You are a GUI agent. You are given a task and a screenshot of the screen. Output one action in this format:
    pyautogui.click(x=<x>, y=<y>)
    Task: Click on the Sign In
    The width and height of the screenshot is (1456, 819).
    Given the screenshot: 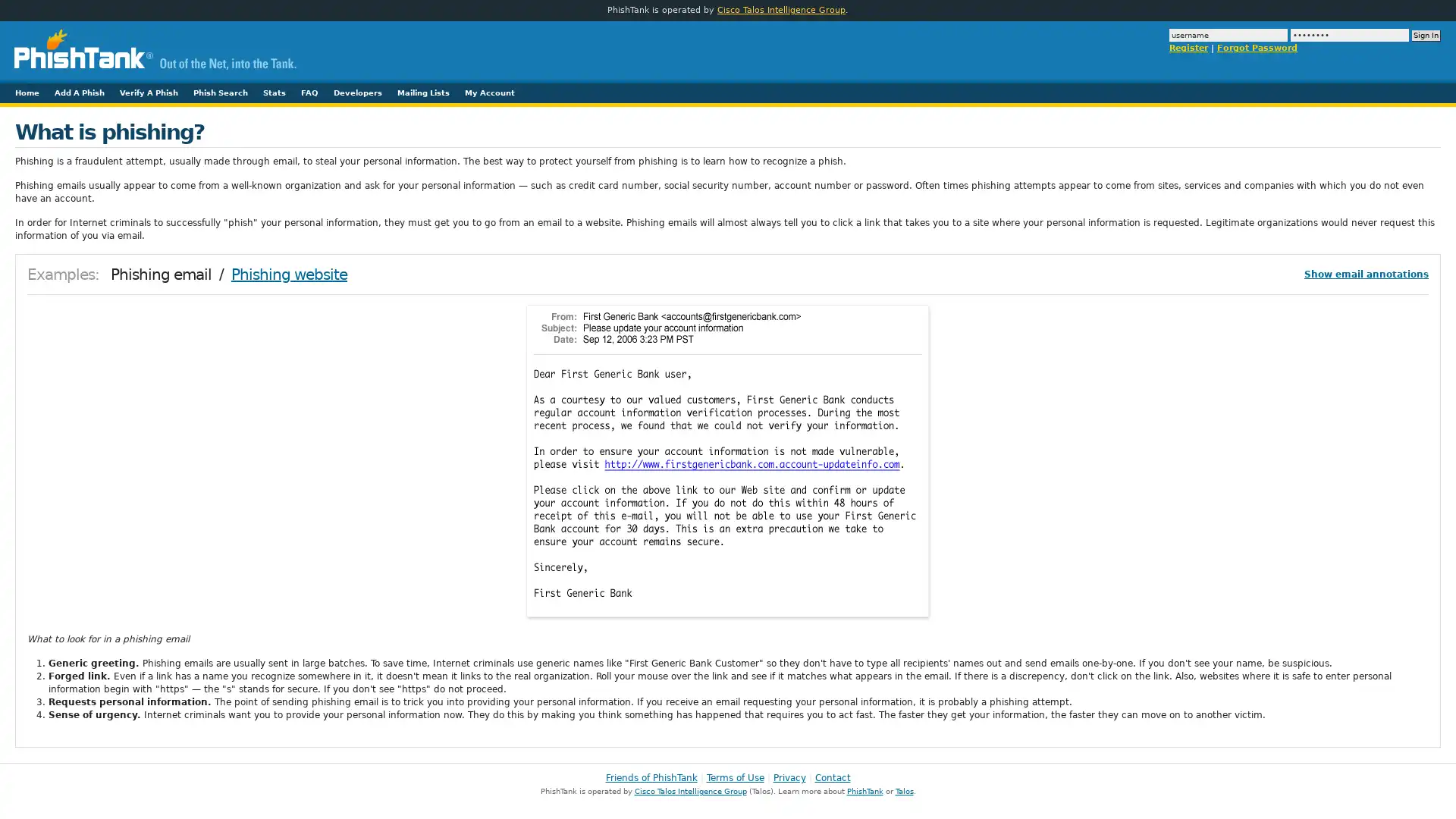 What is the action you would take?
    pyautogui.click(x=1426, y=35)
    